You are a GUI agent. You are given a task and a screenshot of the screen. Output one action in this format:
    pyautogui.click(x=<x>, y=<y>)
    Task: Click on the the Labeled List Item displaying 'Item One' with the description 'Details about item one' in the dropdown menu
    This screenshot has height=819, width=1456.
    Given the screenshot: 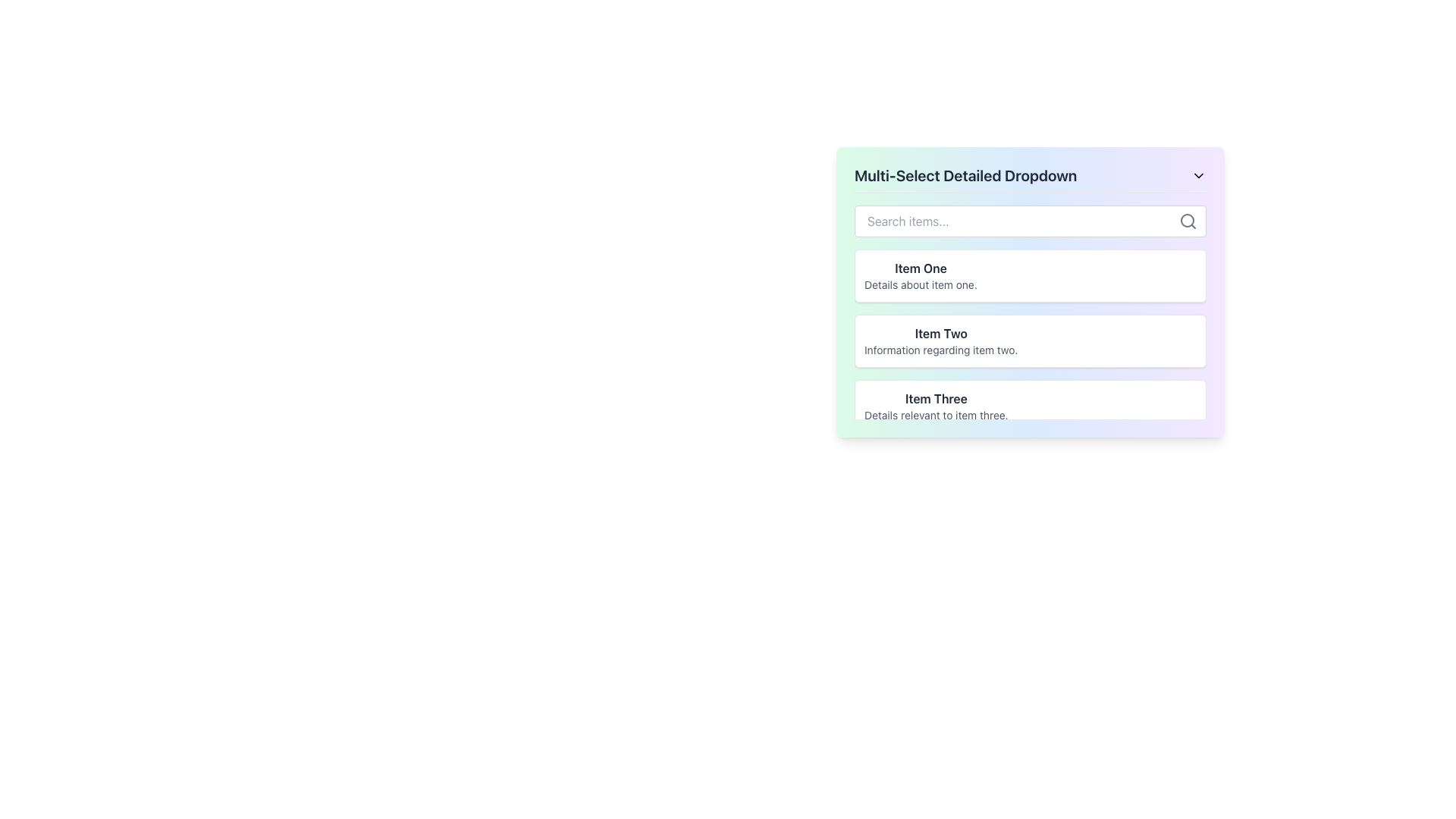 What is the action you would take?
    pyautogui.click(x=920, y=275)
    